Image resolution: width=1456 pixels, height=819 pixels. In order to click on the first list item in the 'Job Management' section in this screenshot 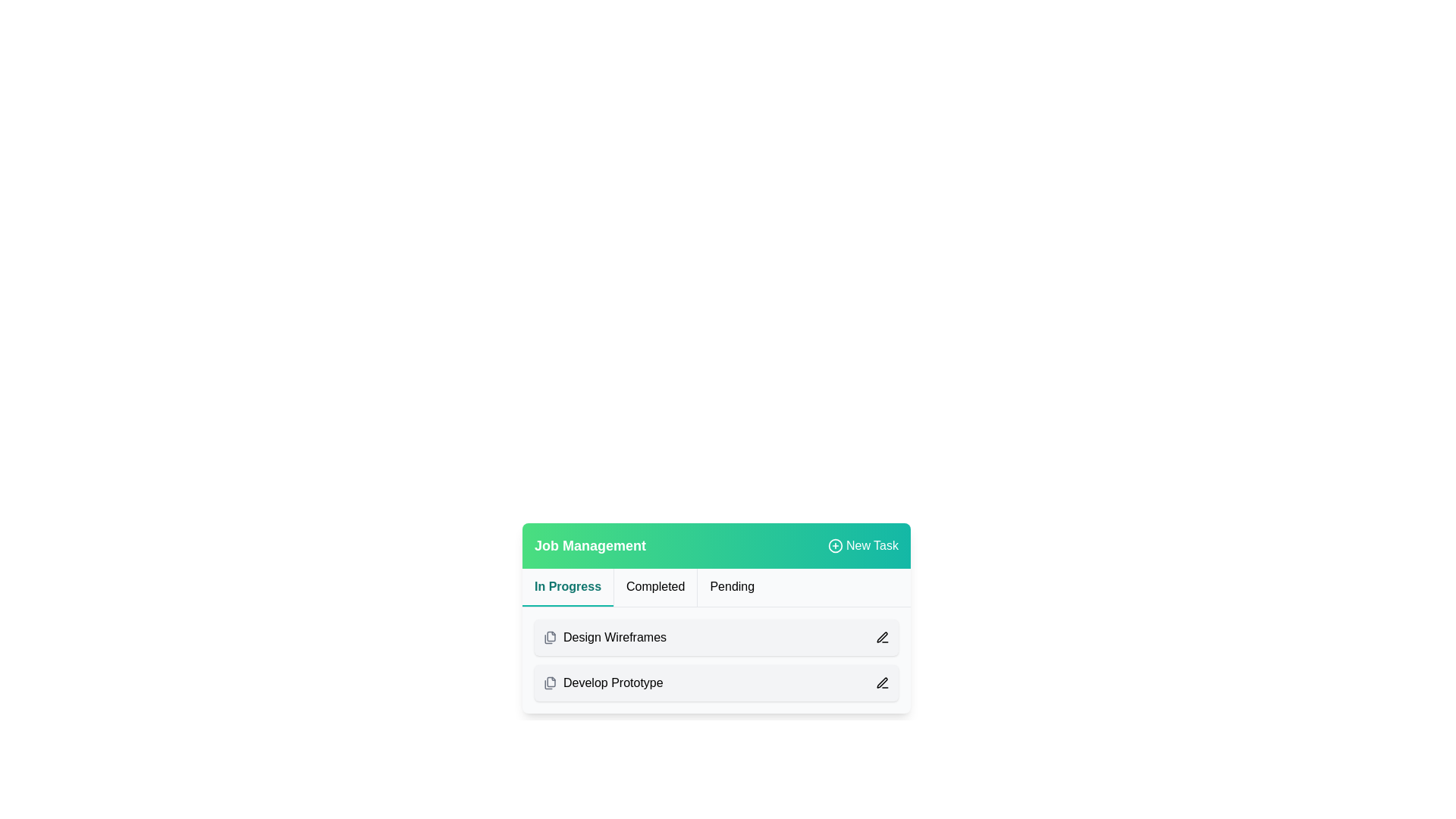, I will do `click(716, 660)`.